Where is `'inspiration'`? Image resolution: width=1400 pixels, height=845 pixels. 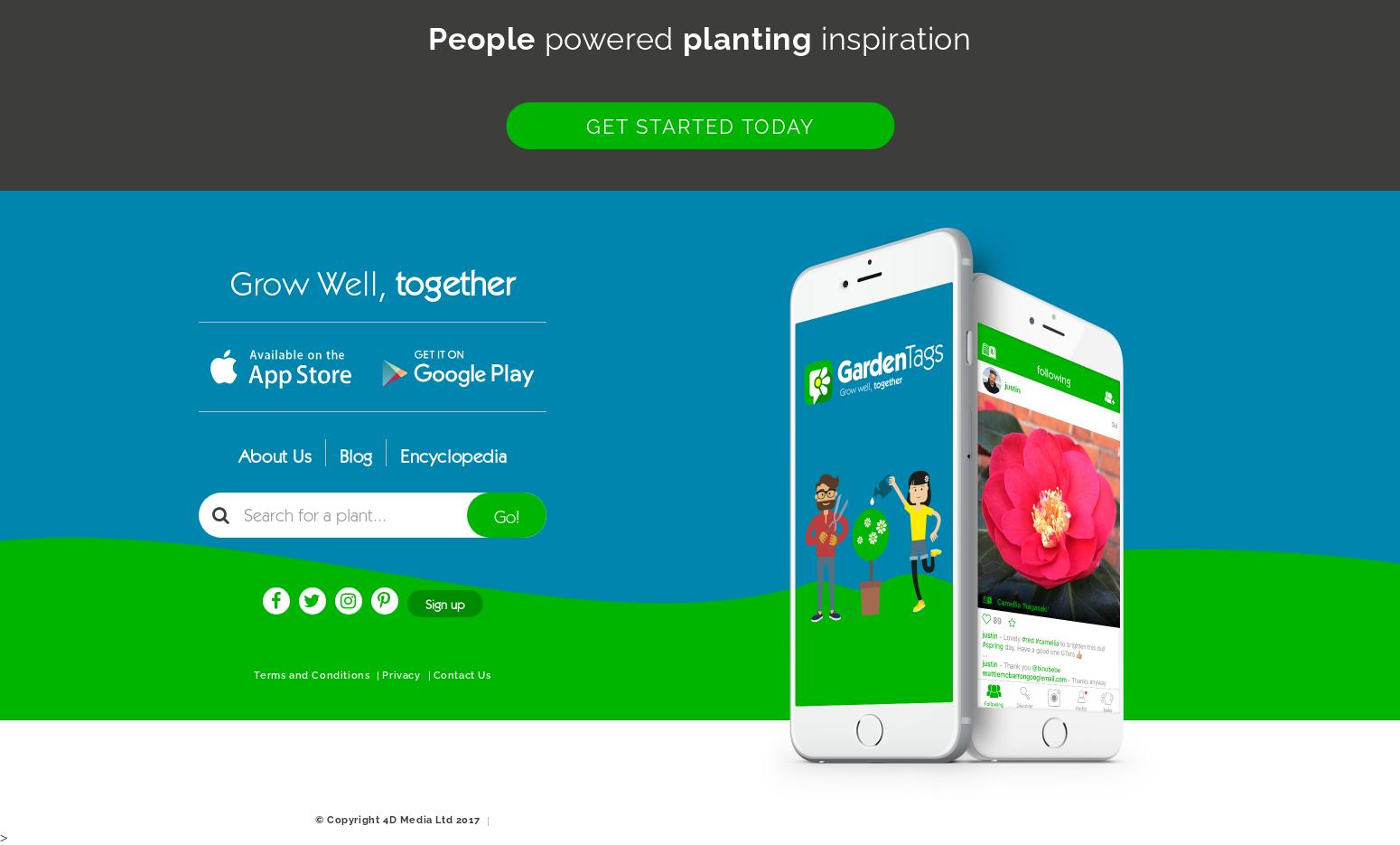
'inspiration' is located at coordinates (891, 38).